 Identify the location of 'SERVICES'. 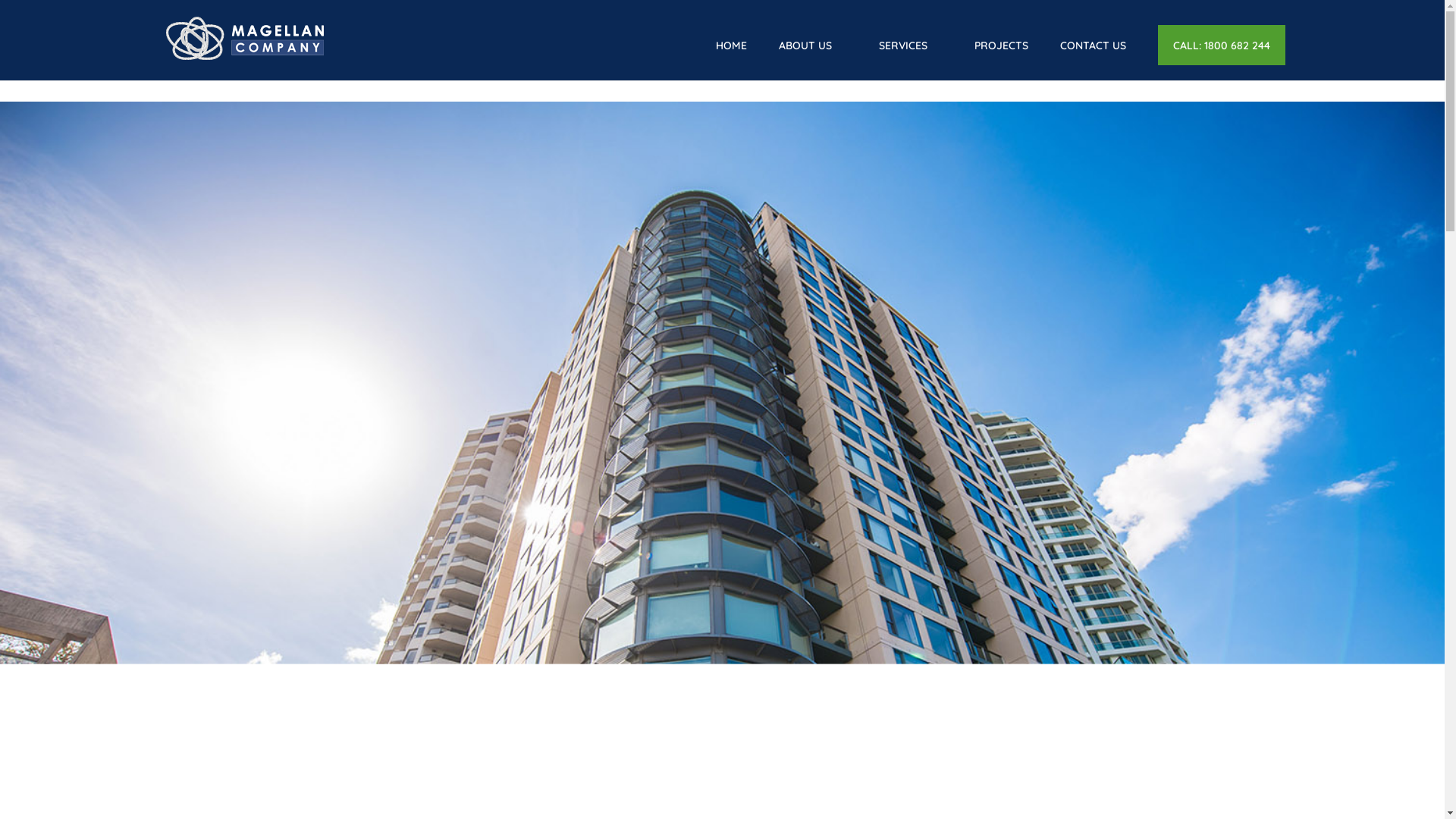
(910, 57).